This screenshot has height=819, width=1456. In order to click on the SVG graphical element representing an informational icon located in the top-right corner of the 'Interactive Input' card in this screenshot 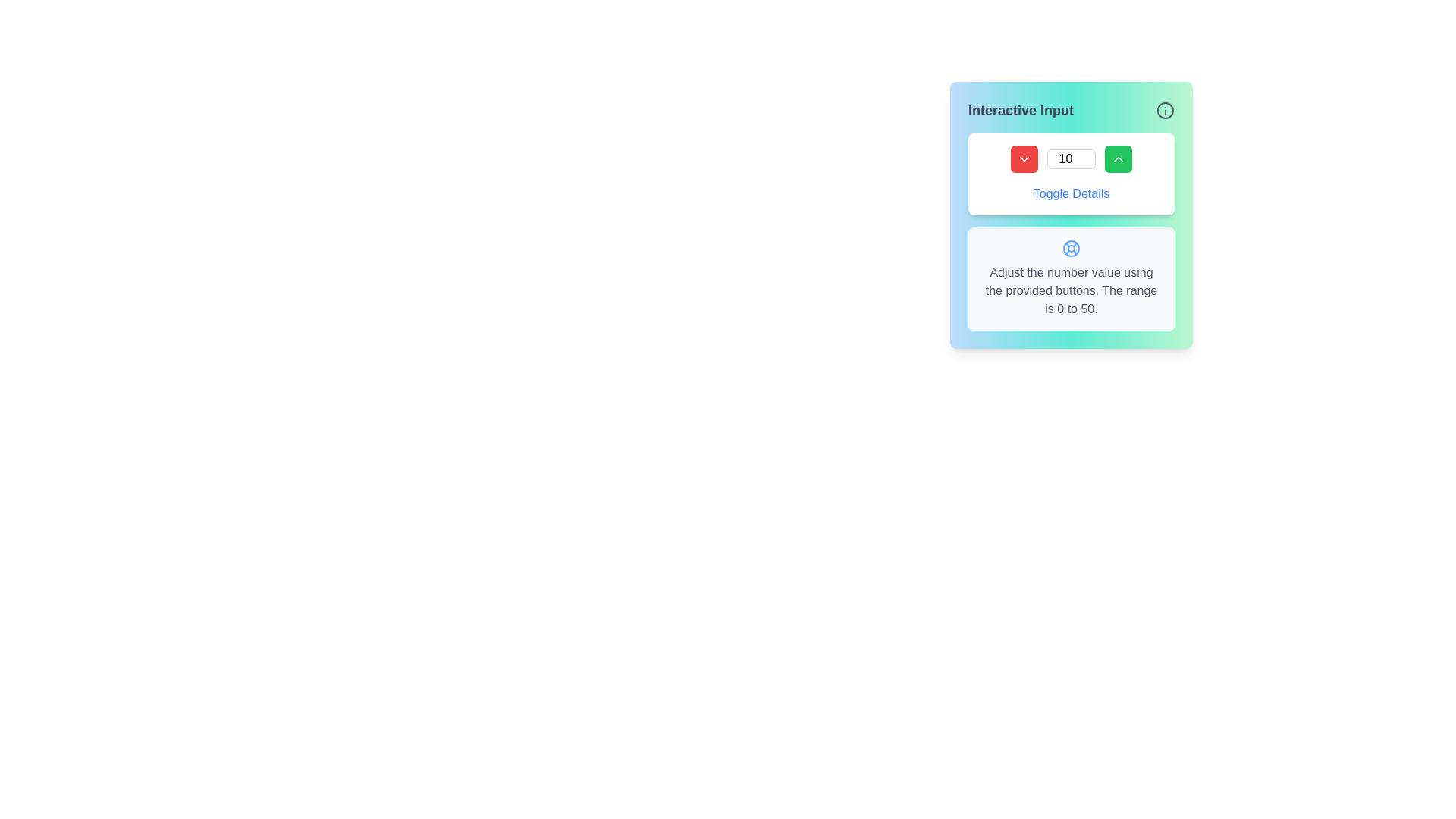, I will do `click(1164, 110)`.